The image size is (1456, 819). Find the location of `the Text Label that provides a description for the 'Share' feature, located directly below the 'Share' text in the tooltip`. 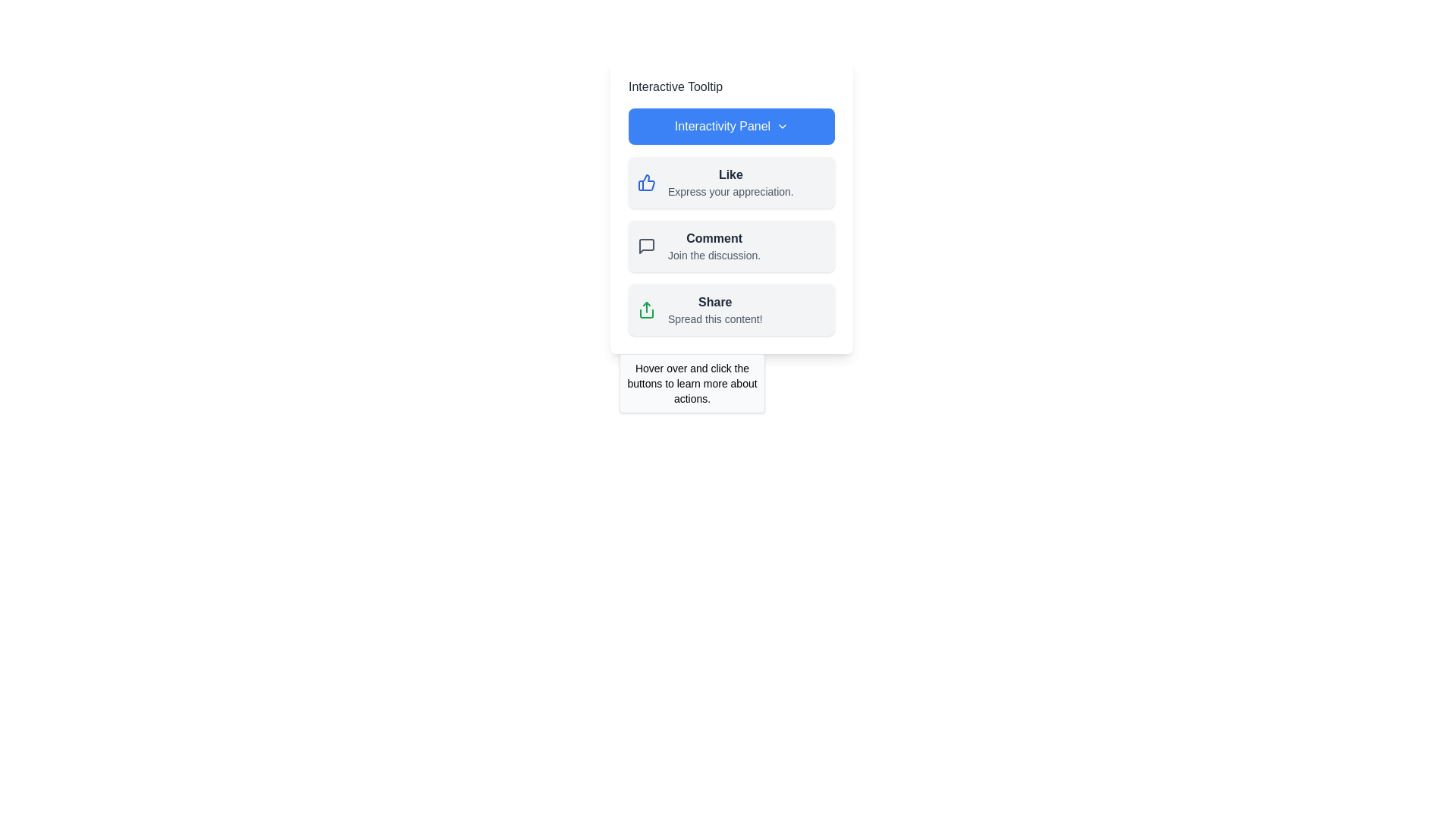

the Text Label that provides a description for the 'Share' feature, located directly below the 'Share' text in the tooltip is located at coordinates (714, 318).